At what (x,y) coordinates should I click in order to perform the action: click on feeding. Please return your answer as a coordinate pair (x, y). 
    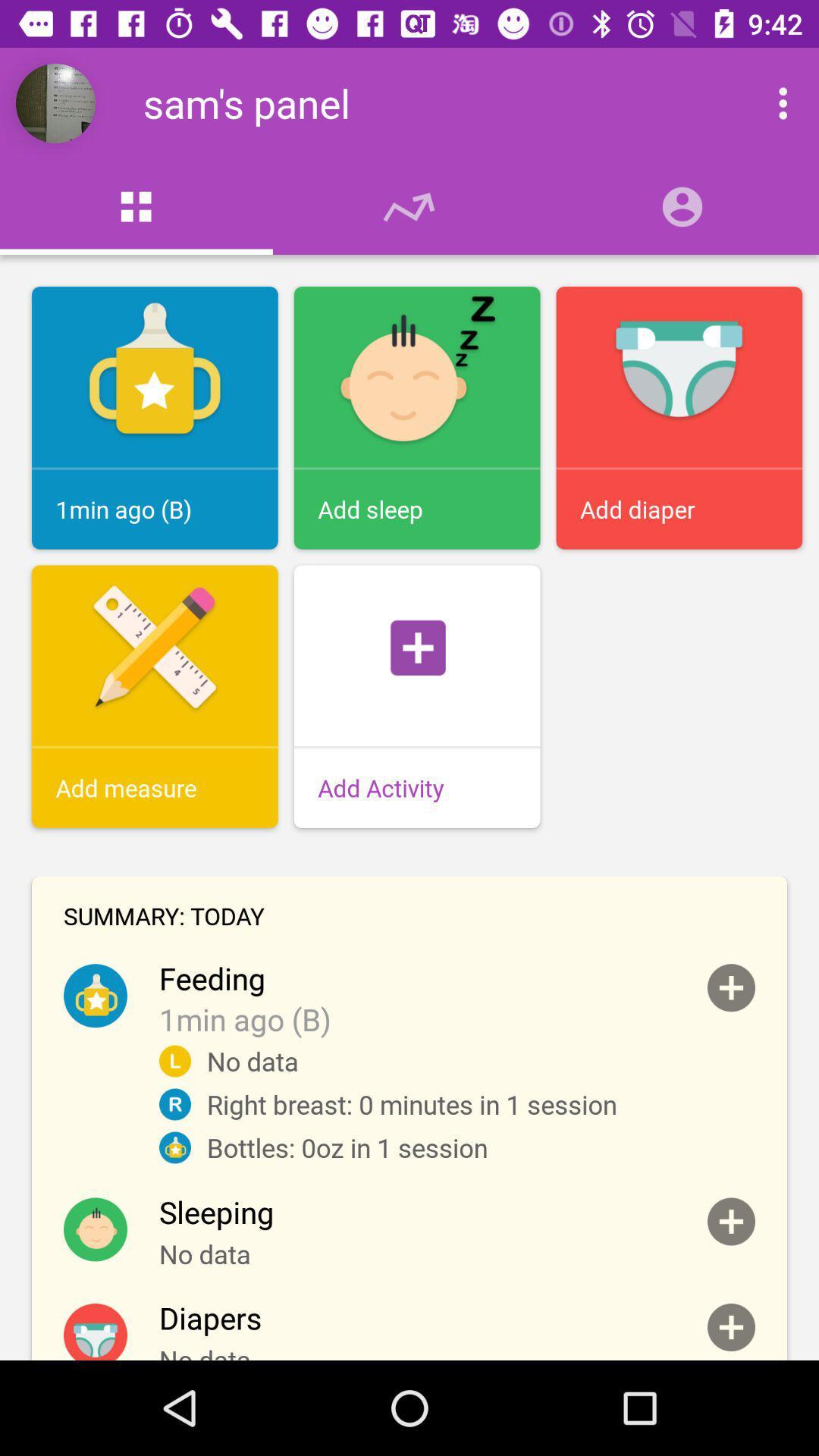
    Looking at the image, I should click on (730, 987).